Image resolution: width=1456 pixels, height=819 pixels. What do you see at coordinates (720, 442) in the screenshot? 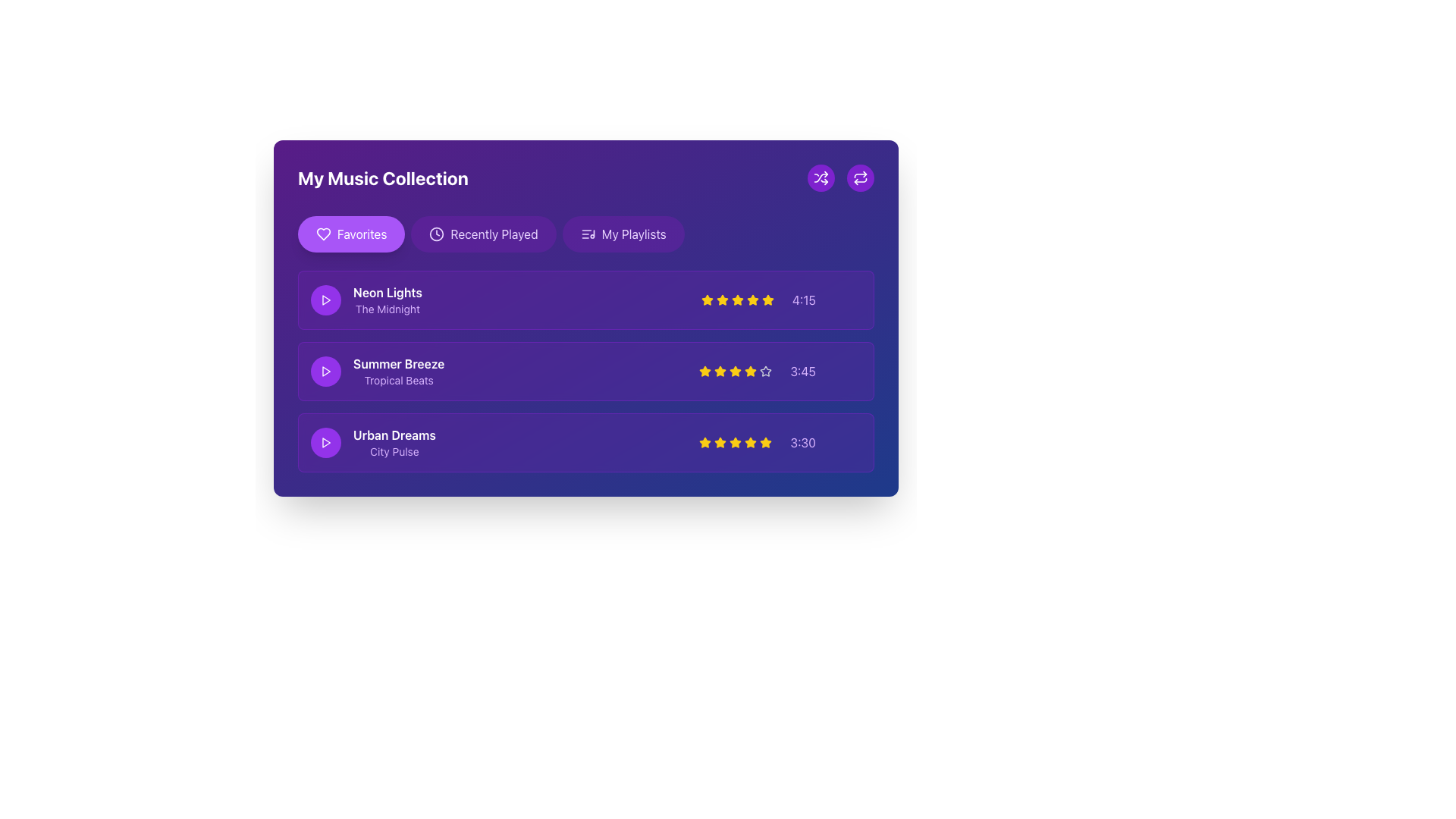
I see `the first rating star icon` at bounding box center [720, 442].